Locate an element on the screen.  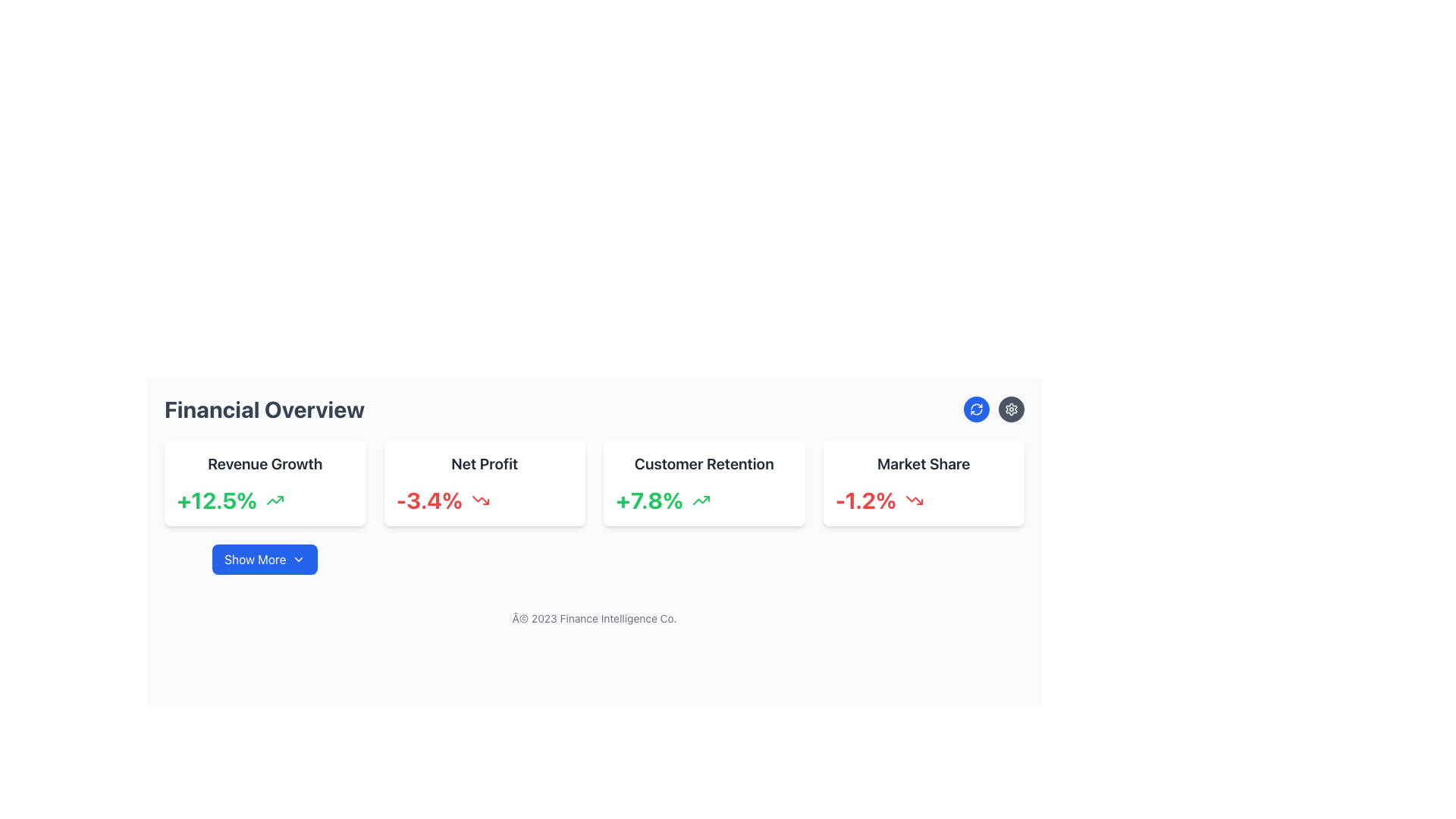
the zigzag arrow line in the statistics card labeled 'Net Profit', which is styled in red and indicates a decrease or downward trend is located at coordinates (479, 500).